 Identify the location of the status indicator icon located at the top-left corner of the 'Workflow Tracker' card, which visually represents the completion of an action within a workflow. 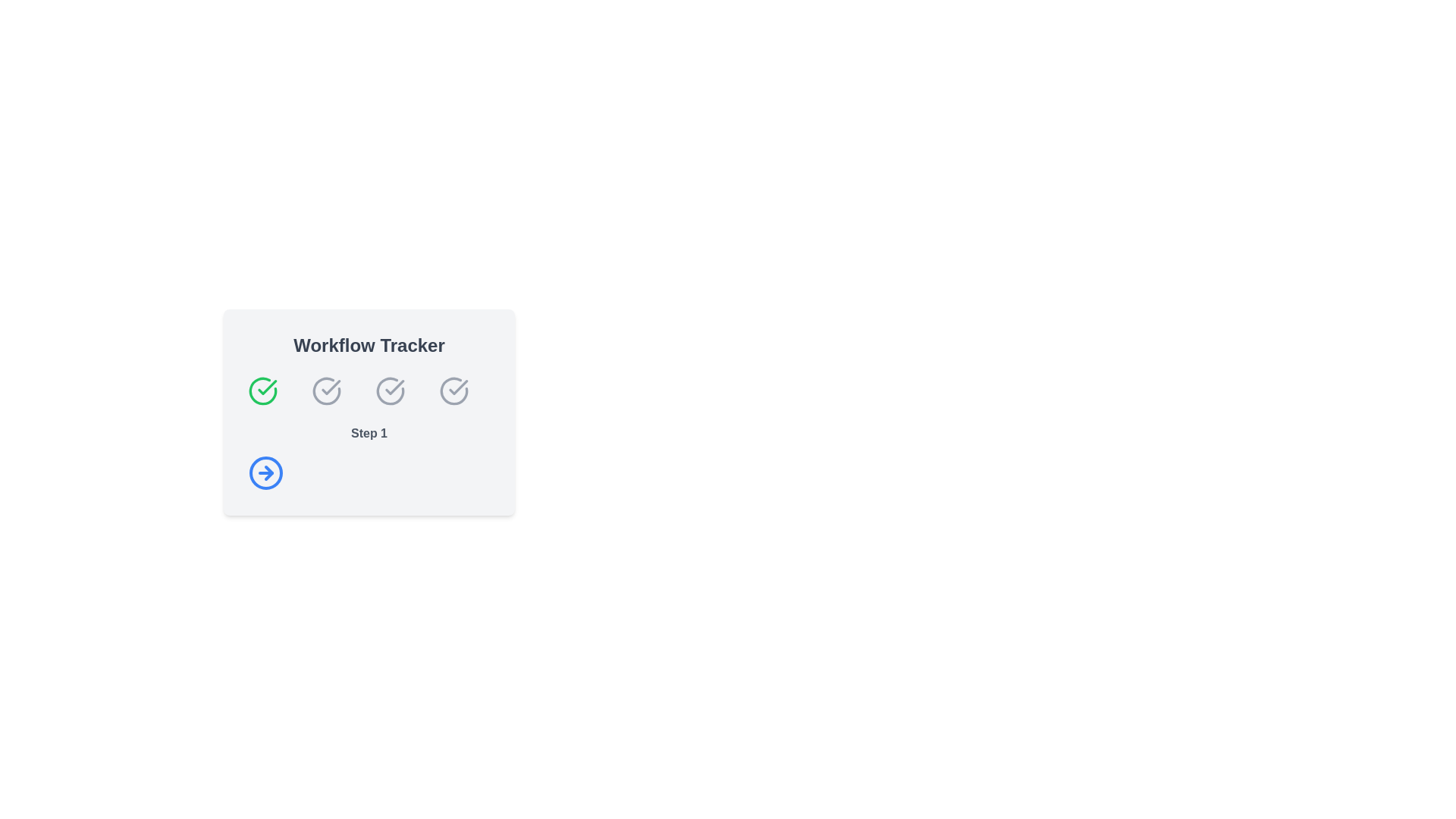
(262, 391).